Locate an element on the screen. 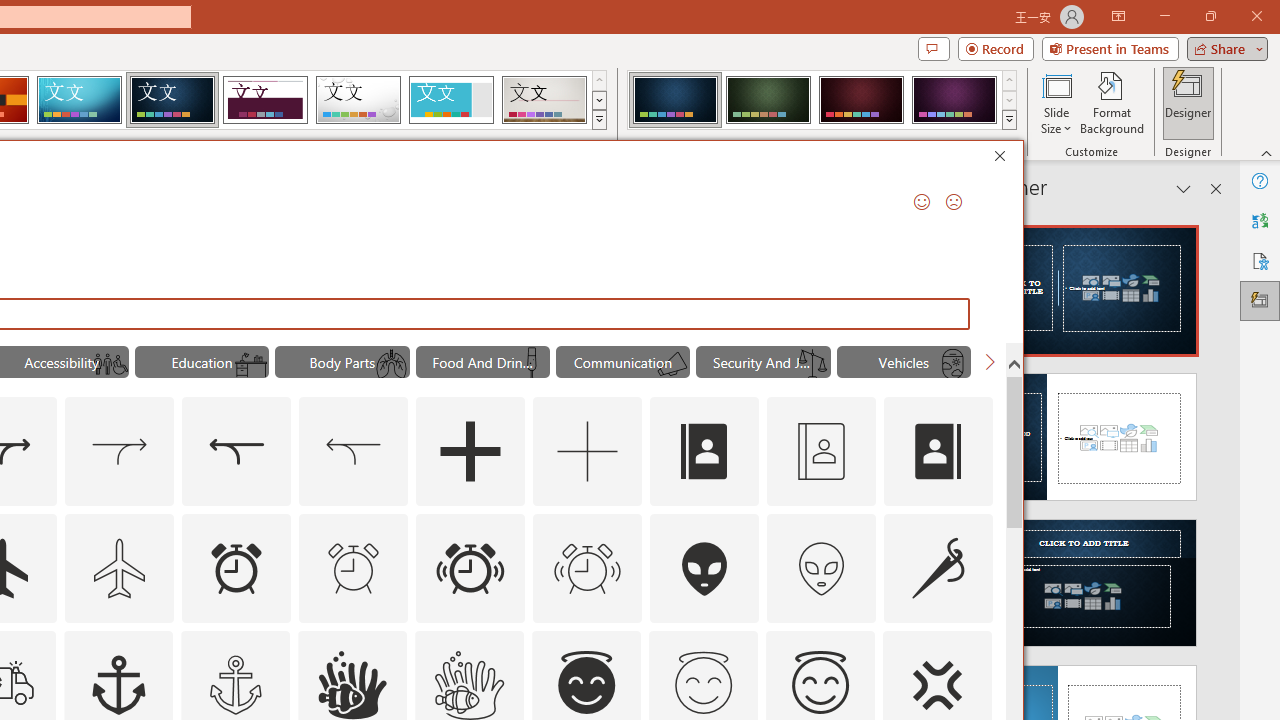 This screenshot has width=1280, height=720. 'Slide Size' is located at coordinates (1055, 103).